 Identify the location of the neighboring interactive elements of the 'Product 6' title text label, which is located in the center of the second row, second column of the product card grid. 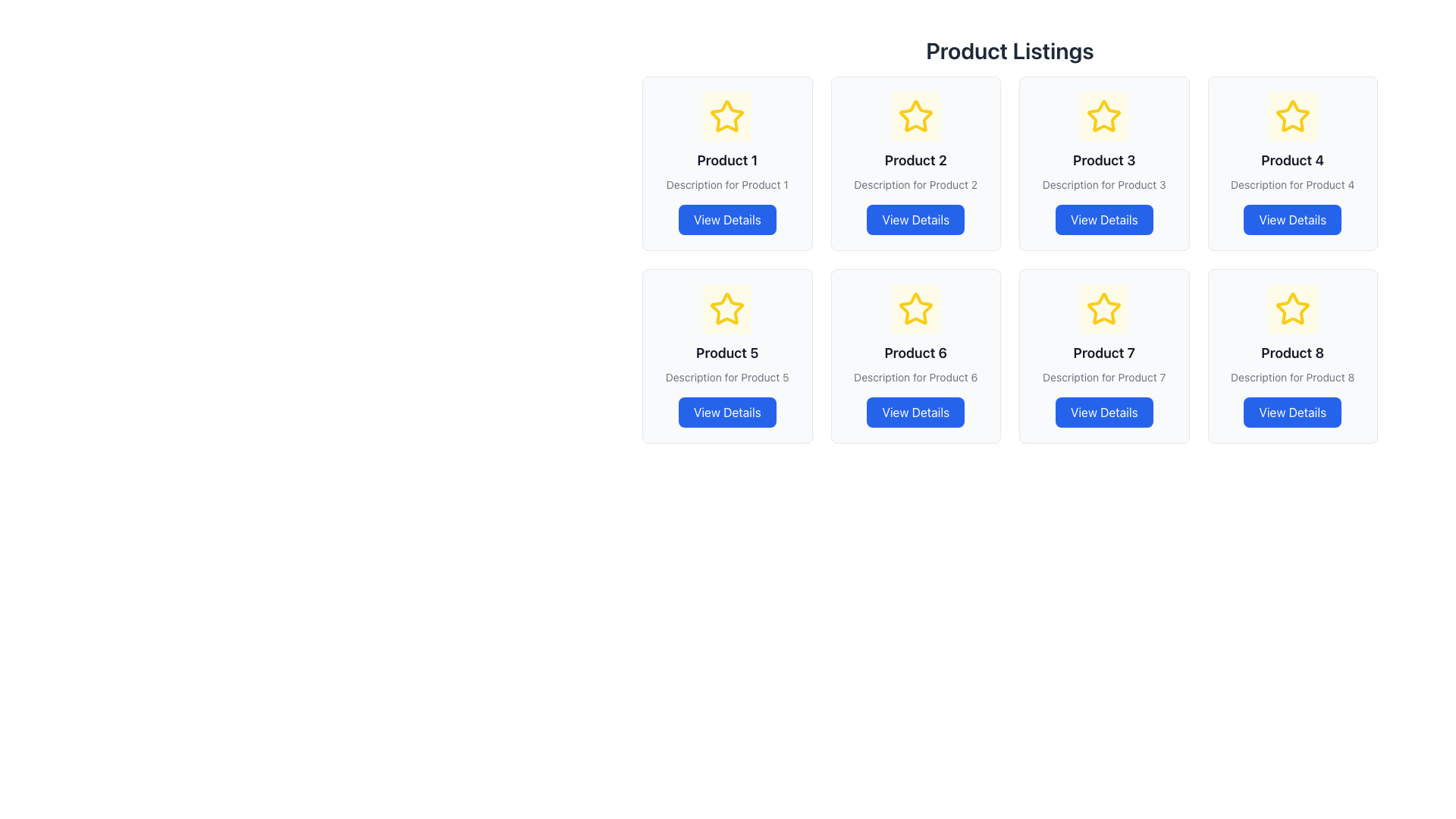
(915, 353).